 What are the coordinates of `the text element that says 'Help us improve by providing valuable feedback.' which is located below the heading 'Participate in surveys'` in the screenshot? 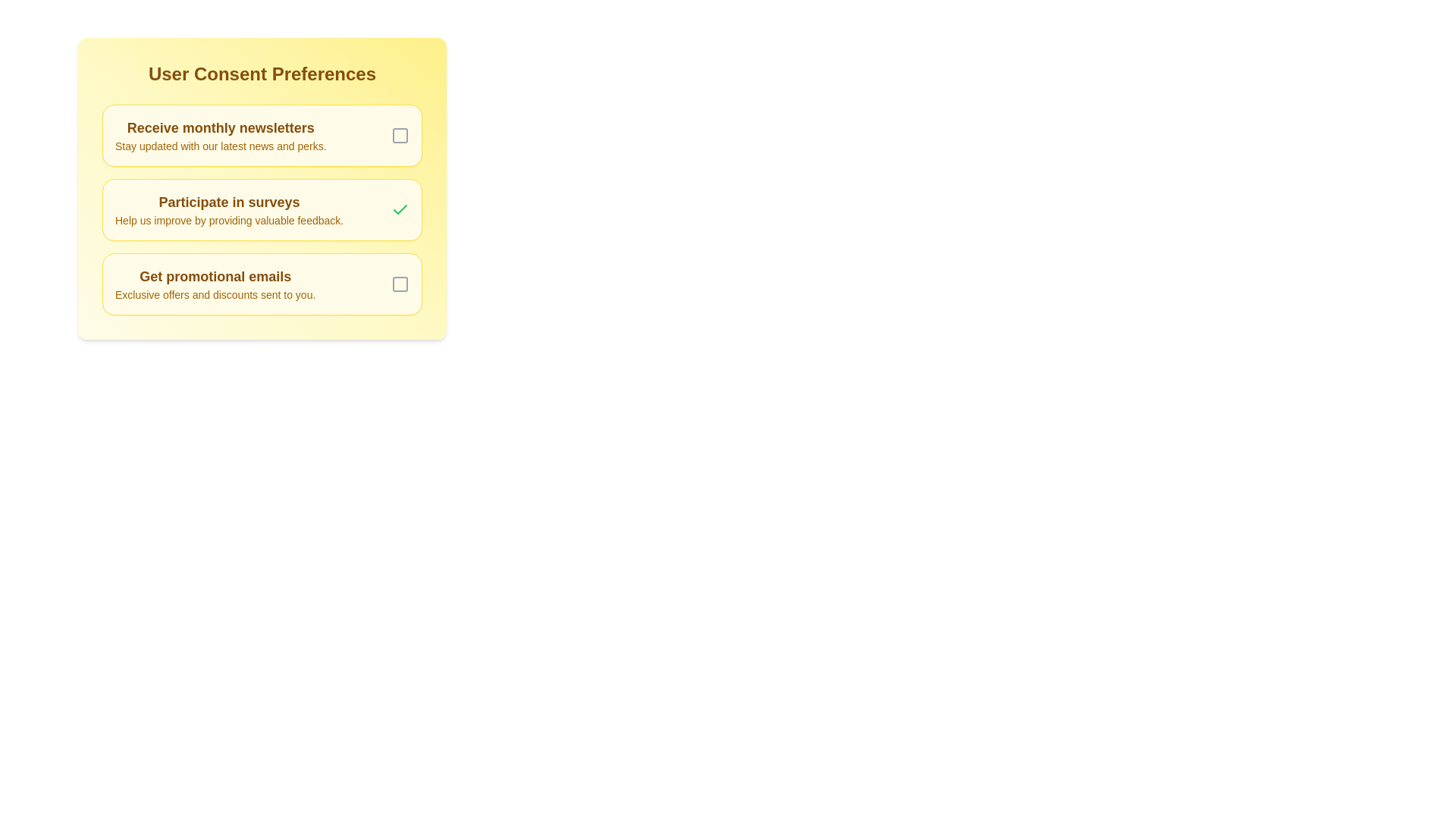 It's located at (228, 220).